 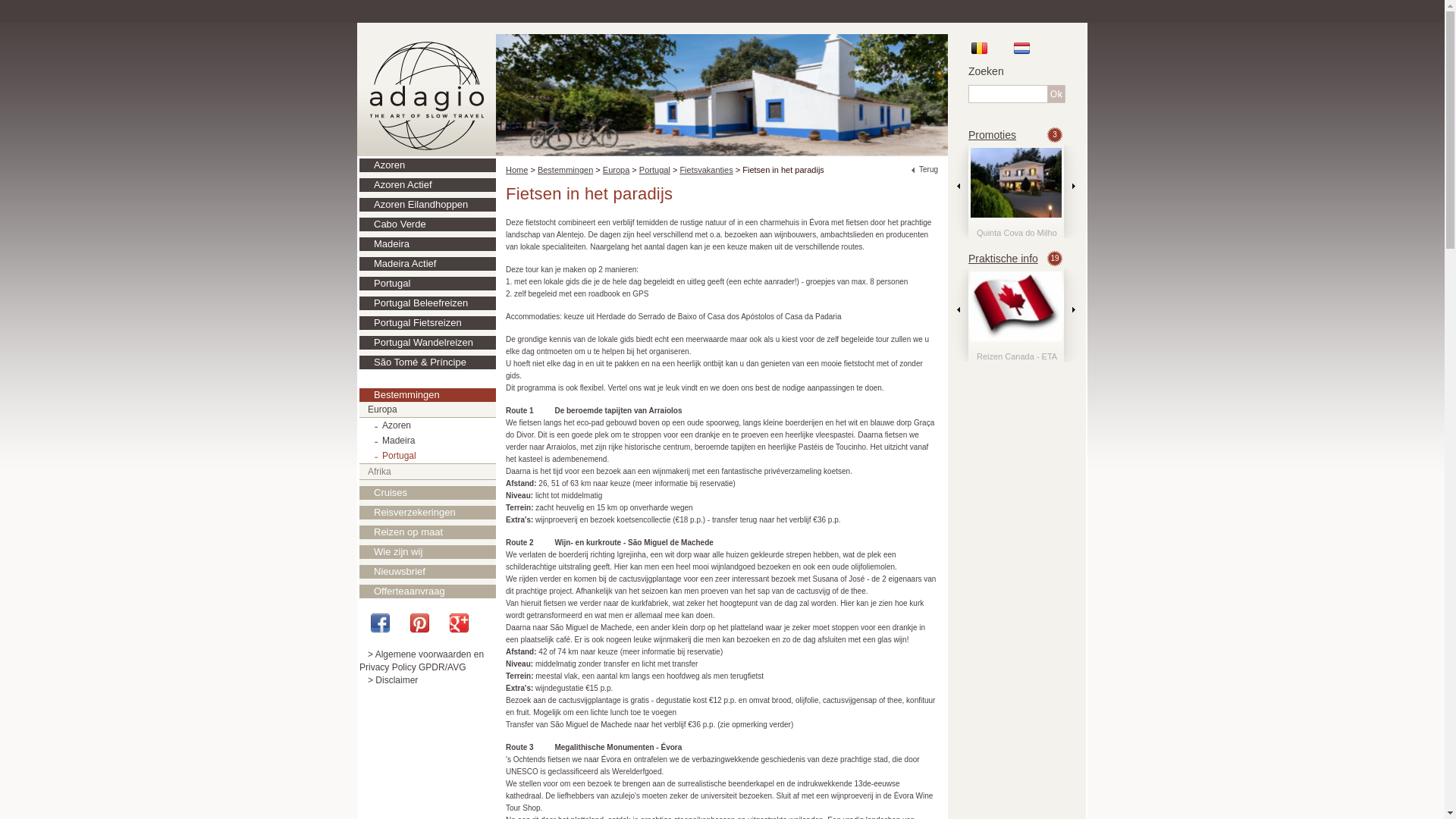 What do you see at coordinates (427, 303) in the screenshot?
I see `'Portugal Beleefreizen'` at bounding box center [427, 303].